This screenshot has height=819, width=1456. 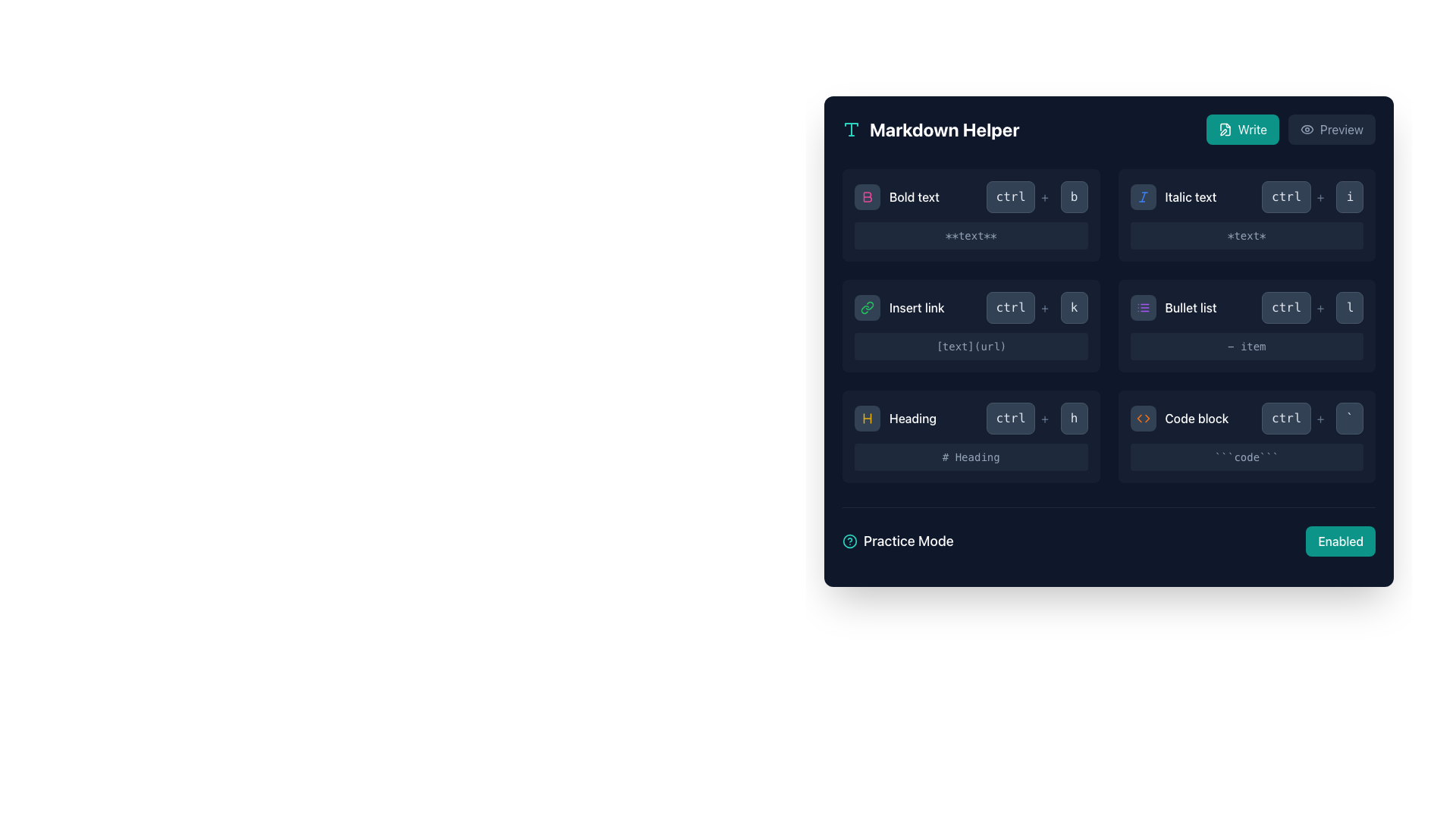 I want to click on the 'Heading' button in the 'Markdown Helper' section to apply heading formatting in the markdown editor, so click(x=867, y=418).